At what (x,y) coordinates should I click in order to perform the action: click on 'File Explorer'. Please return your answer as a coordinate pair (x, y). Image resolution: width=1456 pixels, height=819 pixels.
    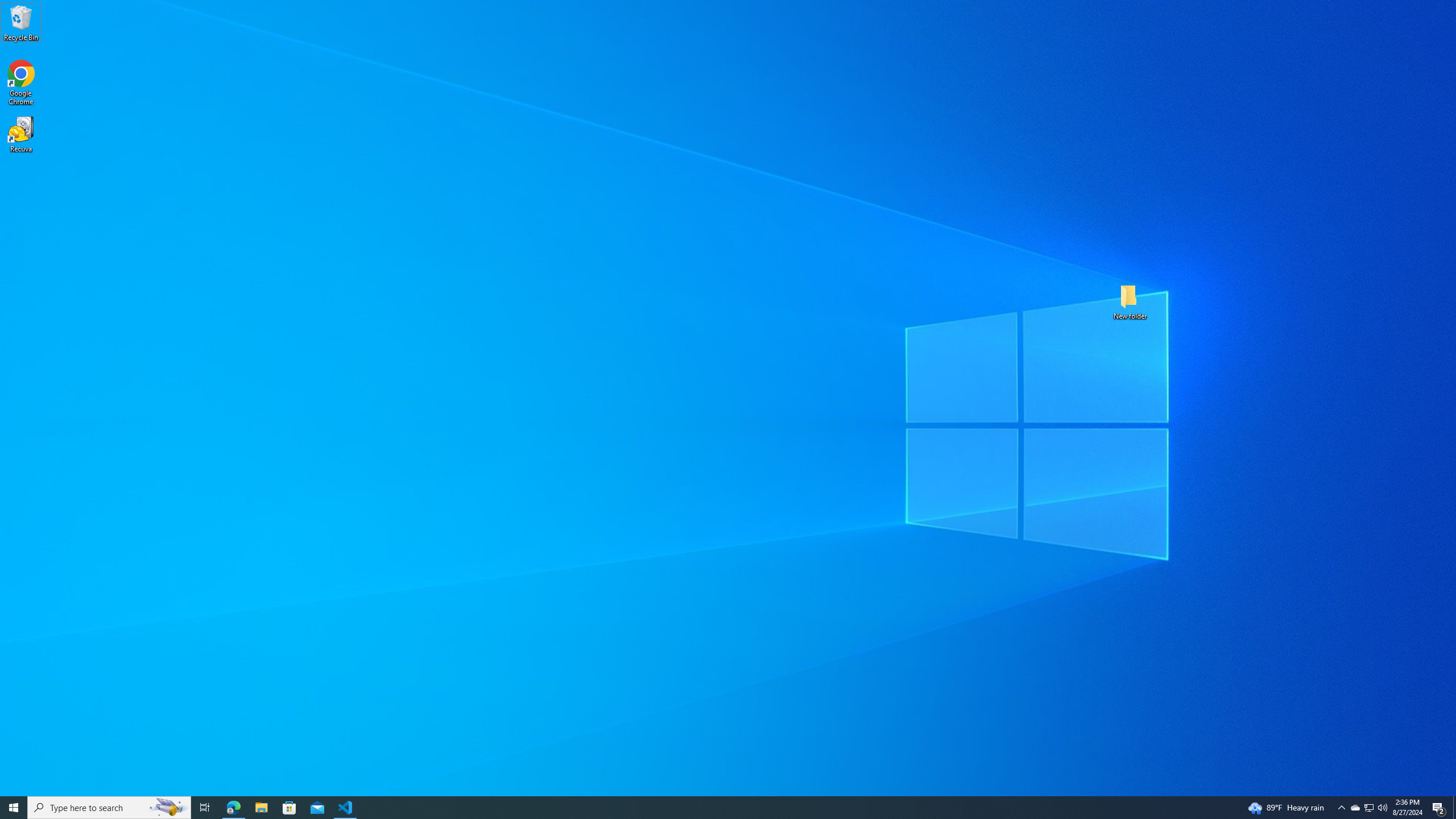
    Looking at the image, I should click on (260, 806).